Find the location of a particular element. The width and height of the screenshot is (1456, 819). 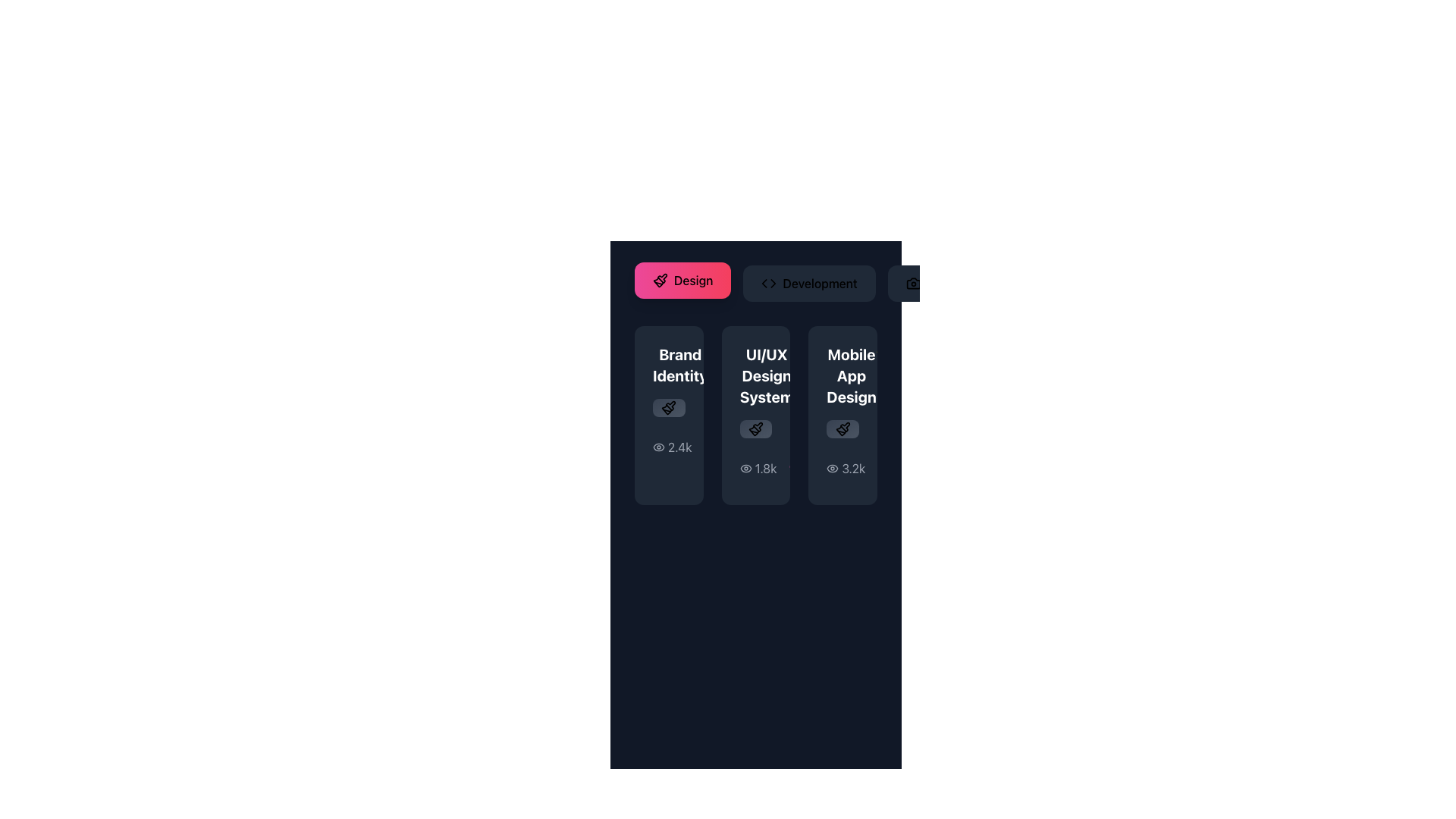

the paintbrush icon located at the center of the 'Brand Identity' card in the 'Design' section is located at coordinates (668, 406).